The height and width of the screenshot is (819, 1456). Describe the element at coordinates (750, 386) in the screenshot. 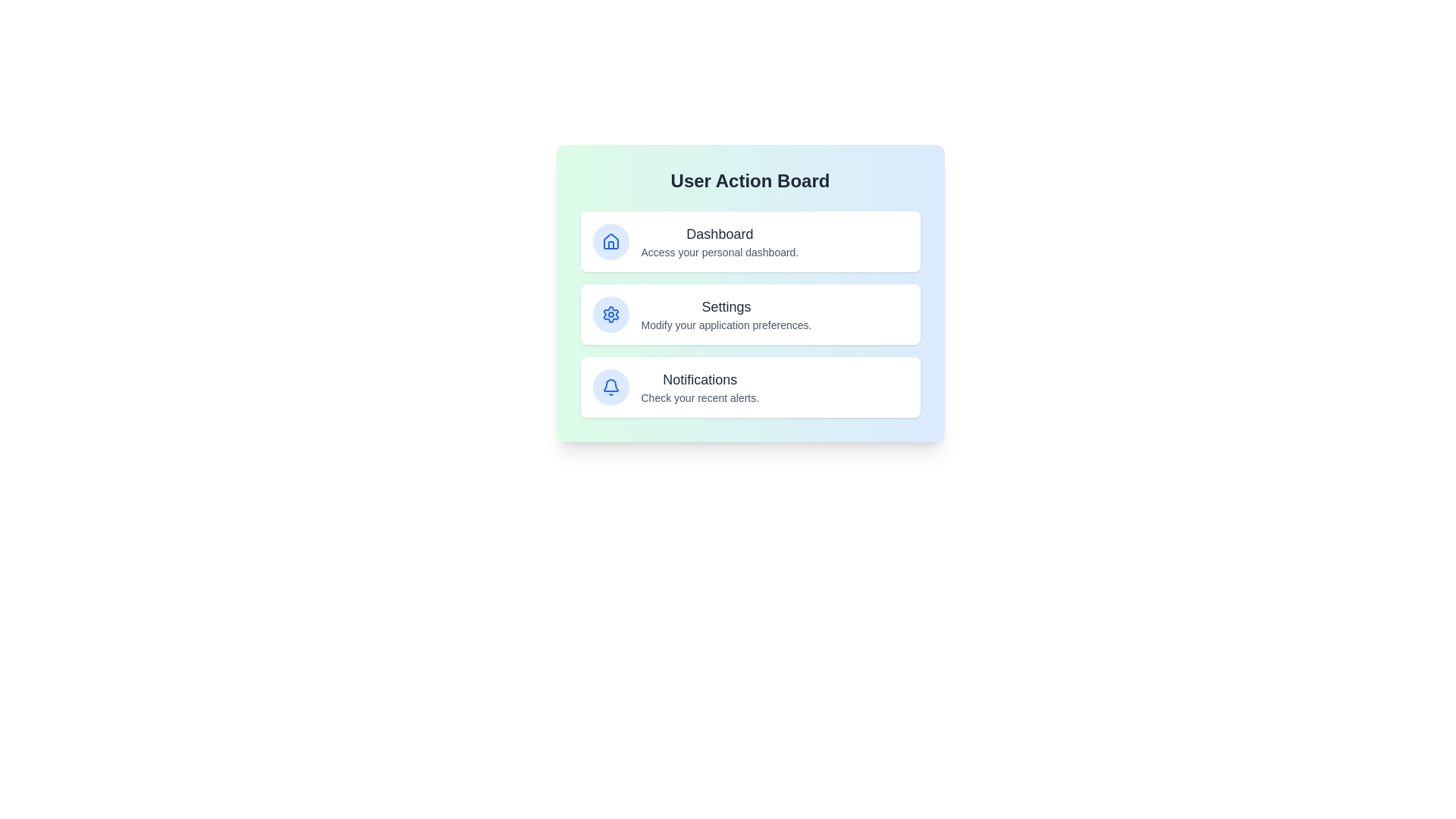

I see `the 'Notifications' card to view notifications` at that location.